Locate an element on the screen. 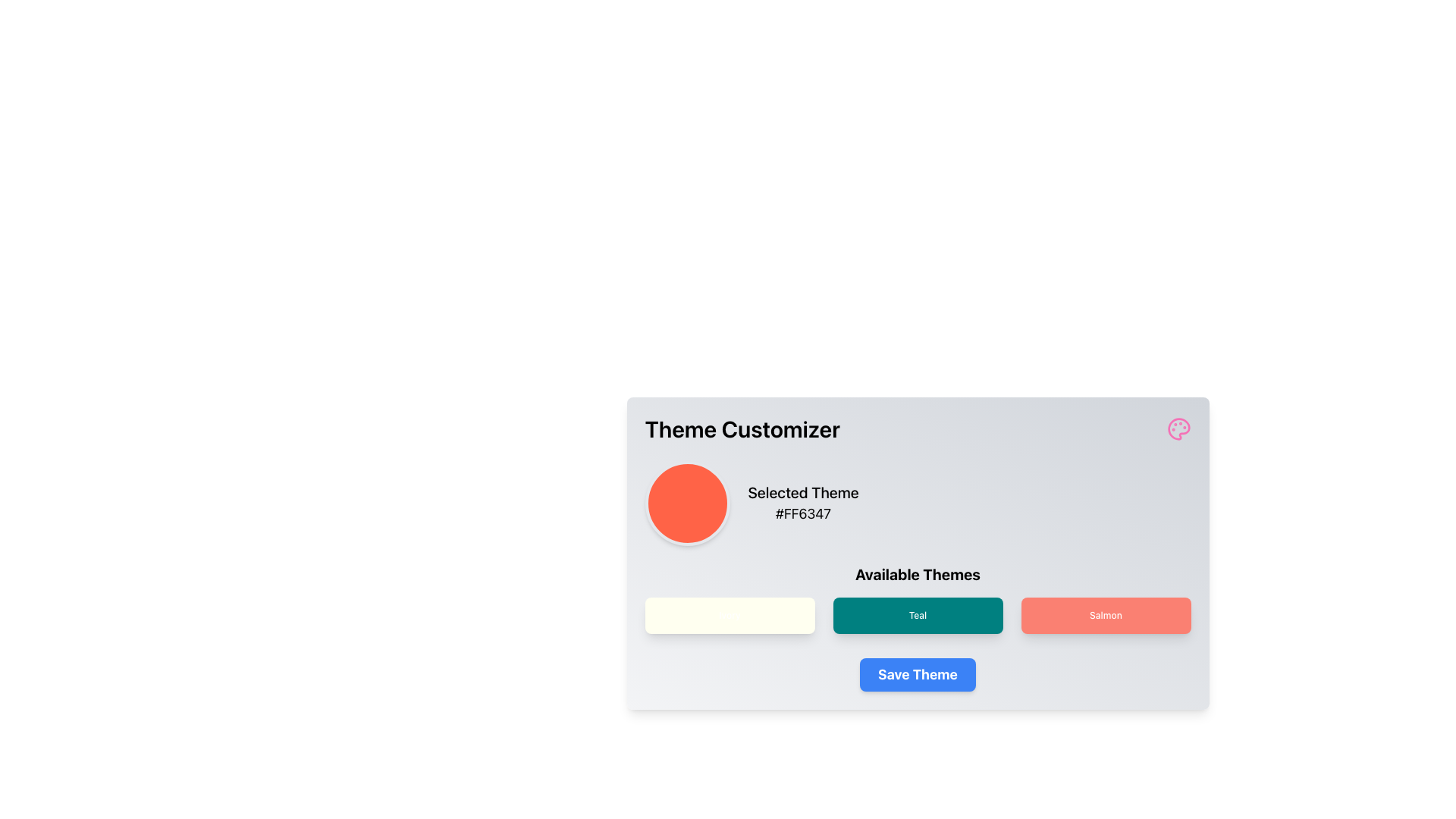 This screenshot has height=819, width=1456. the teal button that displays the word 'Teal' in white text, which is the second option in the grid of themed color blocks under 'Available Themes.' is located at coordinates (917, 616).